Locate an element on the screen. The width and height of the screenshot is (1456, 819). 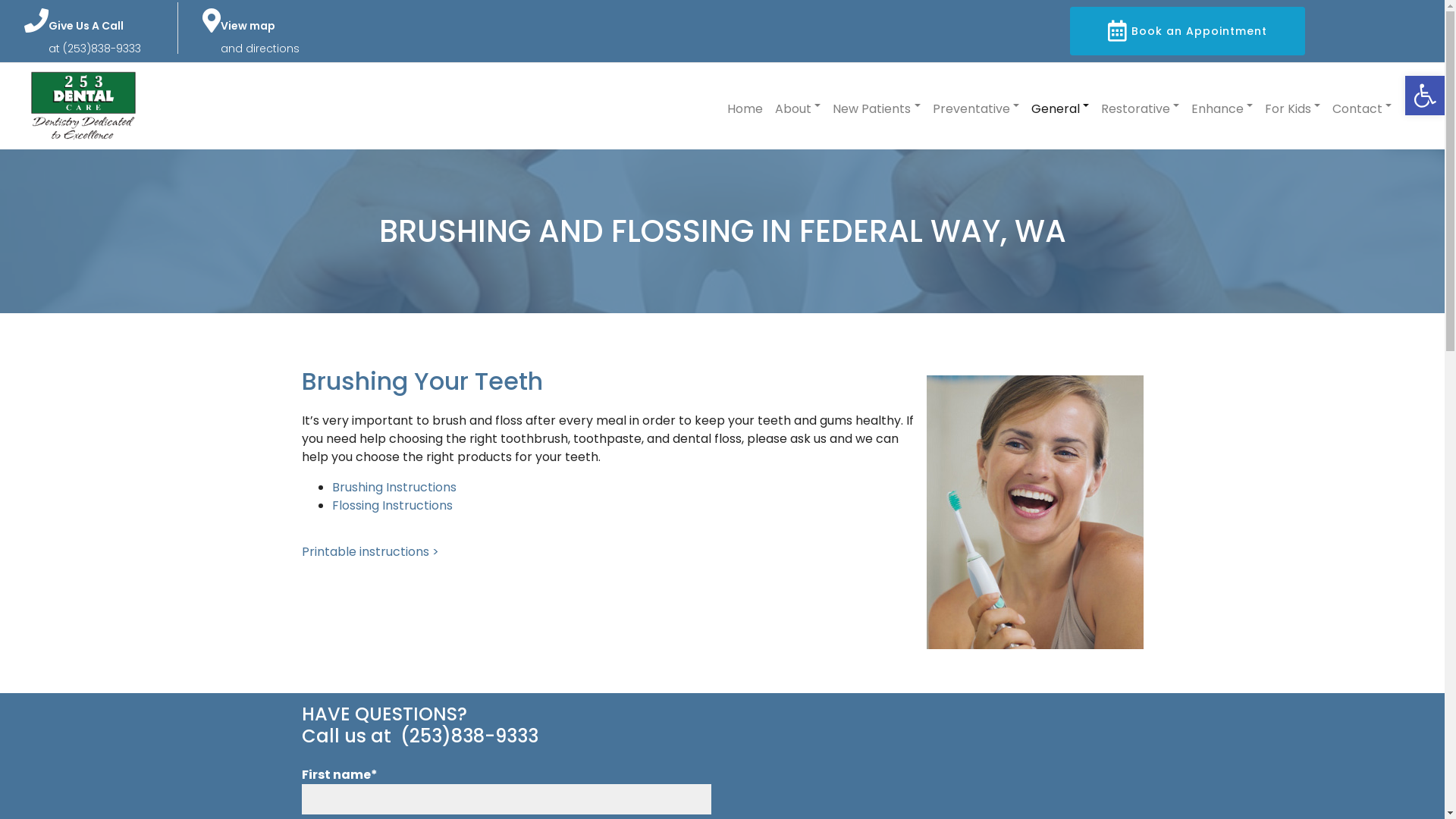
'Open toolbar is located at coordinates (1423, 96).